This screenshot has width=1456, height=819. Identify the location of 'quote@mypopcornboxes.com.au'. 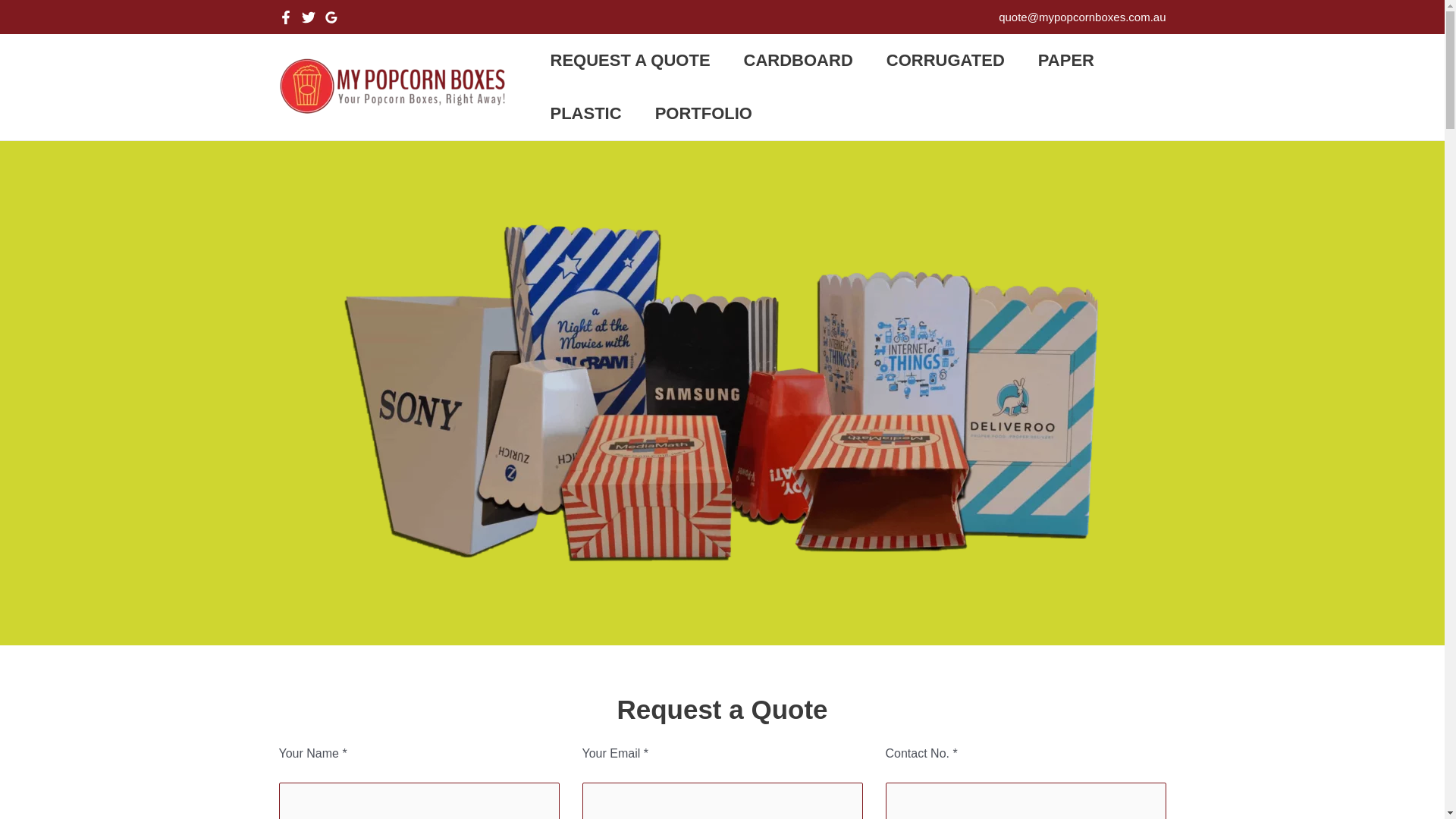
(998, 17).